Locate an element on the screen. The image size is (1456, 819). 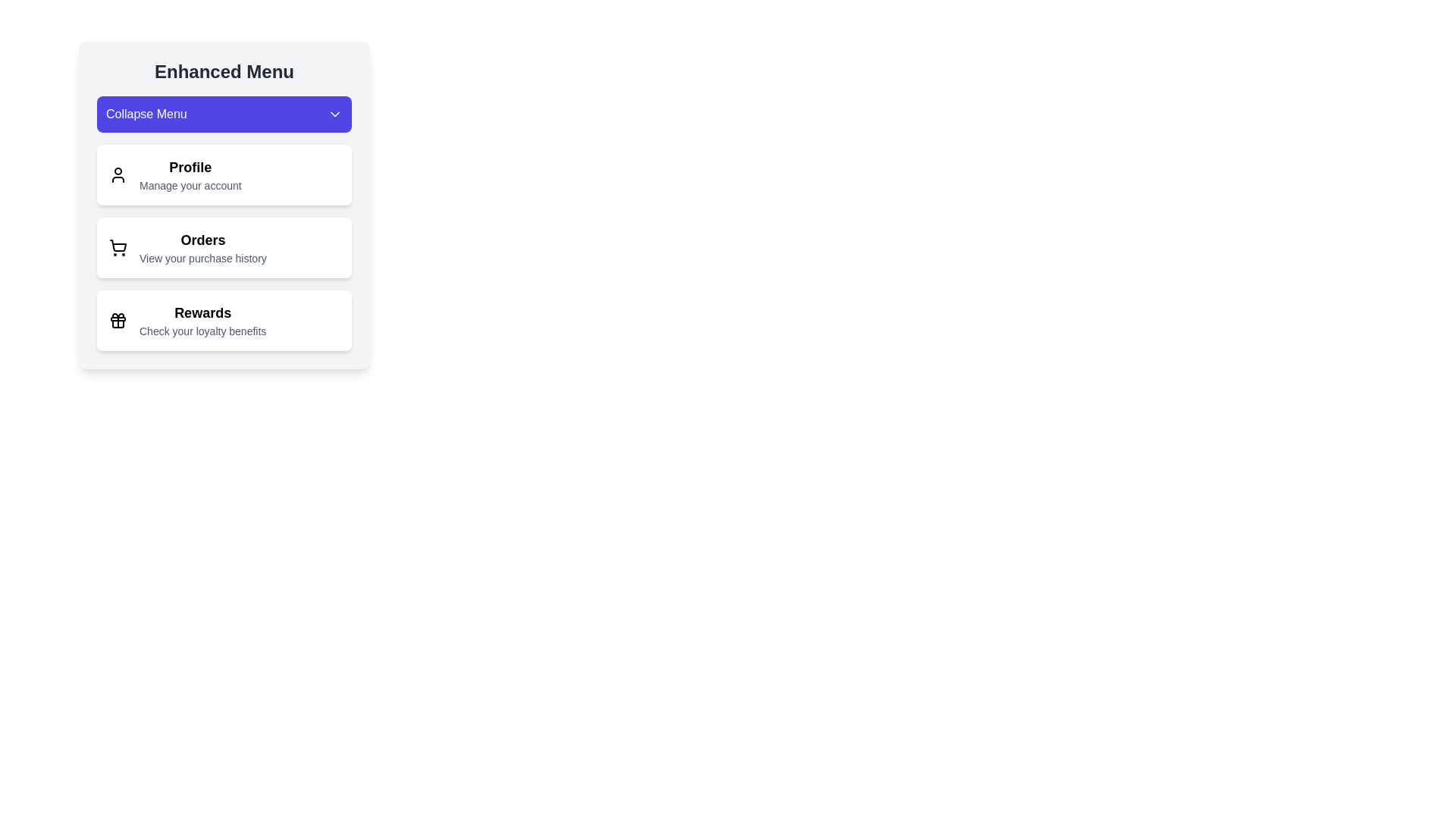
the decorative graphical element representing a horizontal ribbon in the 'Rewards' section of the gift icon is located at coordinates (118, 318).